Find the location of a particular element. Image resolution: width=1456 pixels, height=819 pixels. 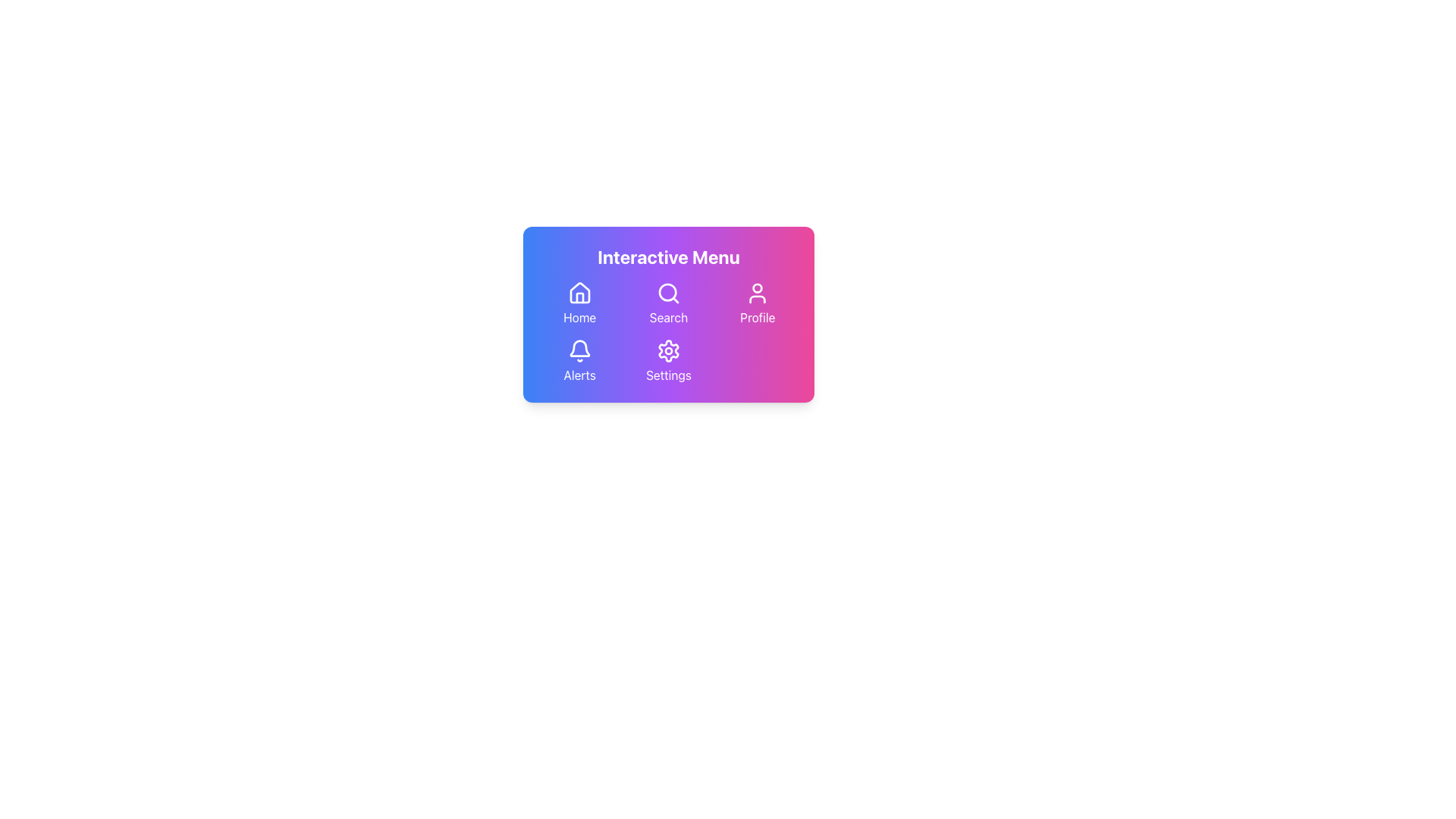

the circle element that is part of the 'Search' icon in the interactive menu is located at coordinates (667, 292).